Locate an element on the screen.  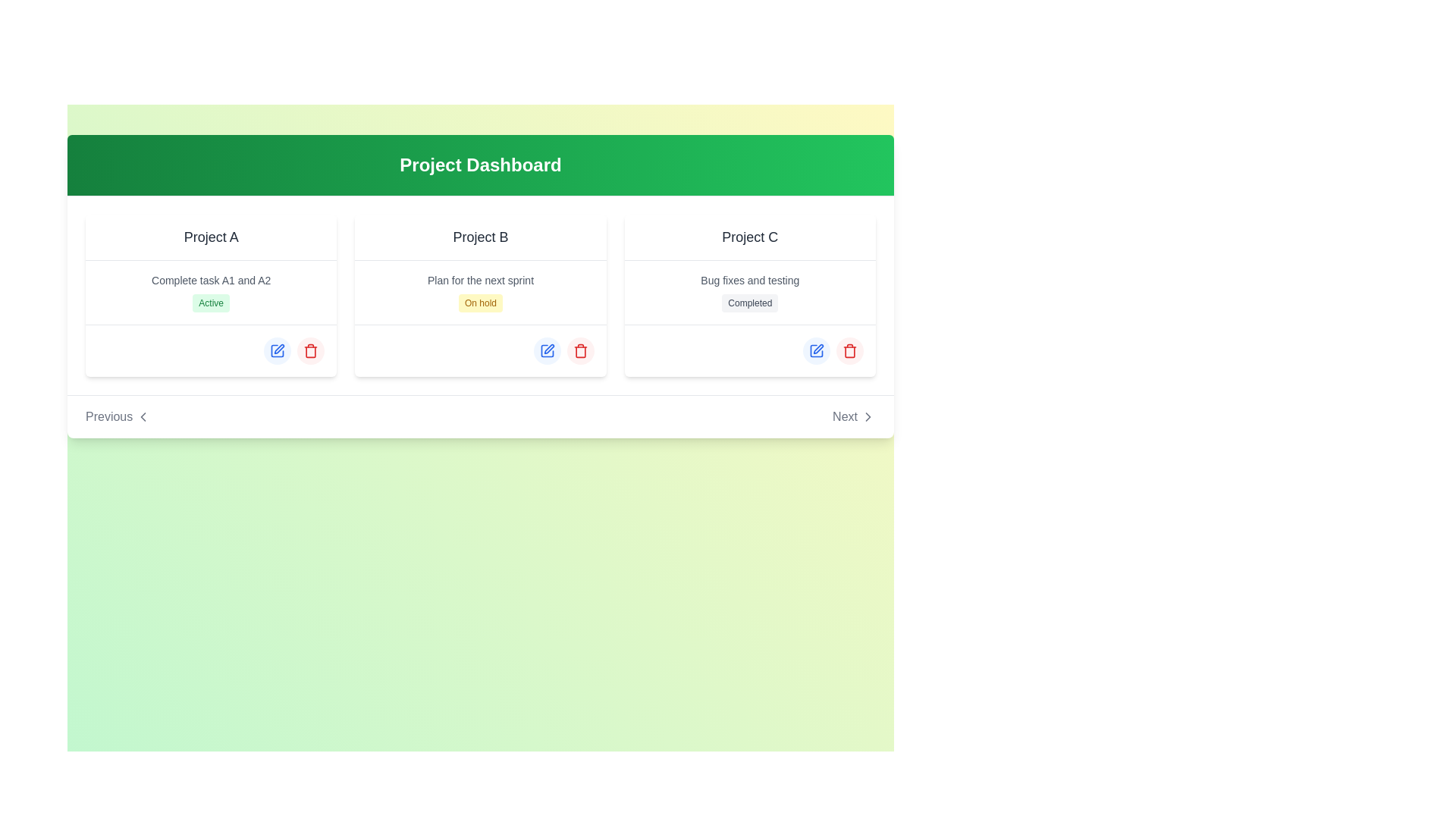
the edit button located in the bottom-right corner of the 'Project C' card, to the left of the red trashcan icon is located at coordinates (815, 350).